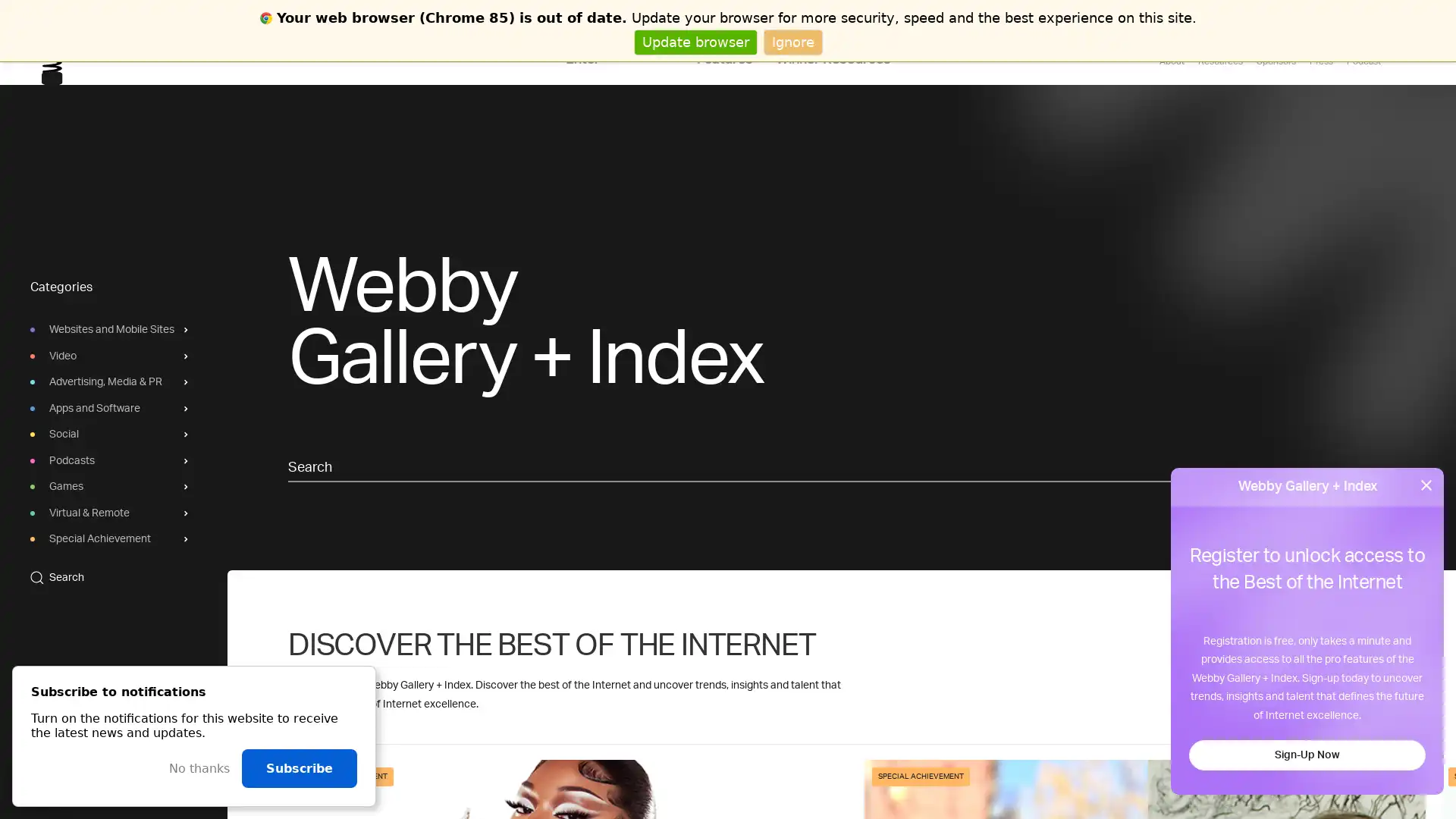  What do you see at coordinates (792, 41) in the screenshot?
I see `Ignore` at bounding box center [792, 41].